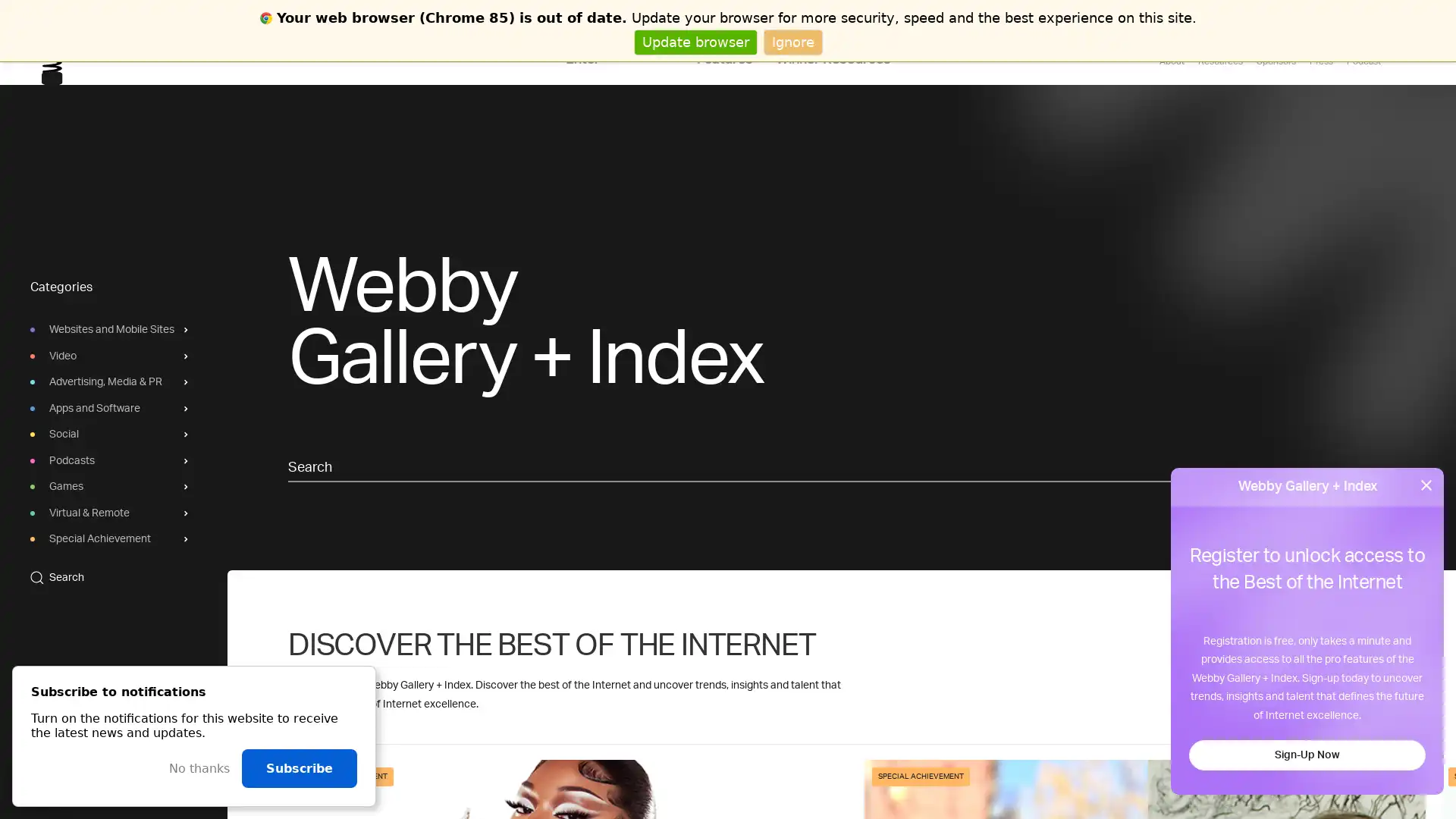  What do you see at coordinates (792, 41) in the screenshot?
I see `Ignore` at bounding box center [792, 41].